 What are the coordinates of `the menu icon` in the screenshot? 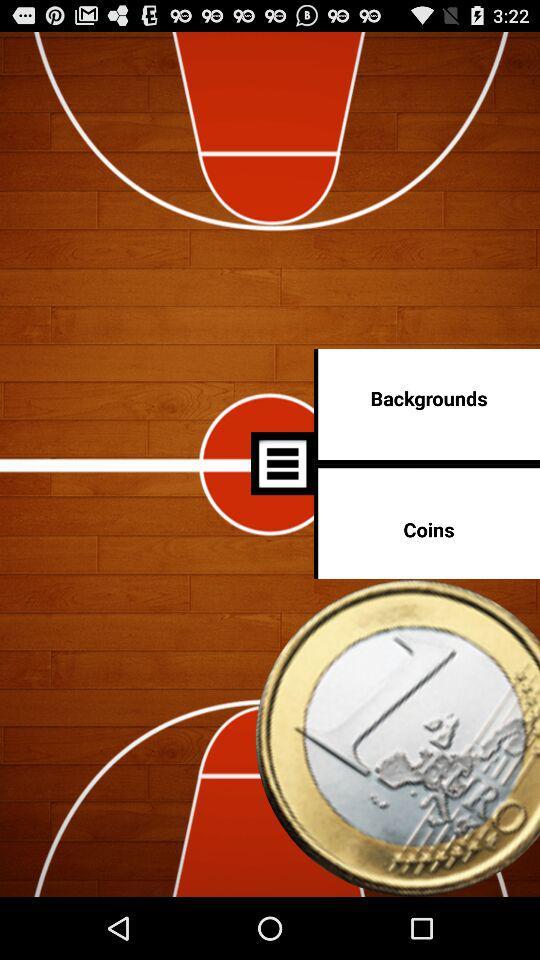 It's located at (281, 495).